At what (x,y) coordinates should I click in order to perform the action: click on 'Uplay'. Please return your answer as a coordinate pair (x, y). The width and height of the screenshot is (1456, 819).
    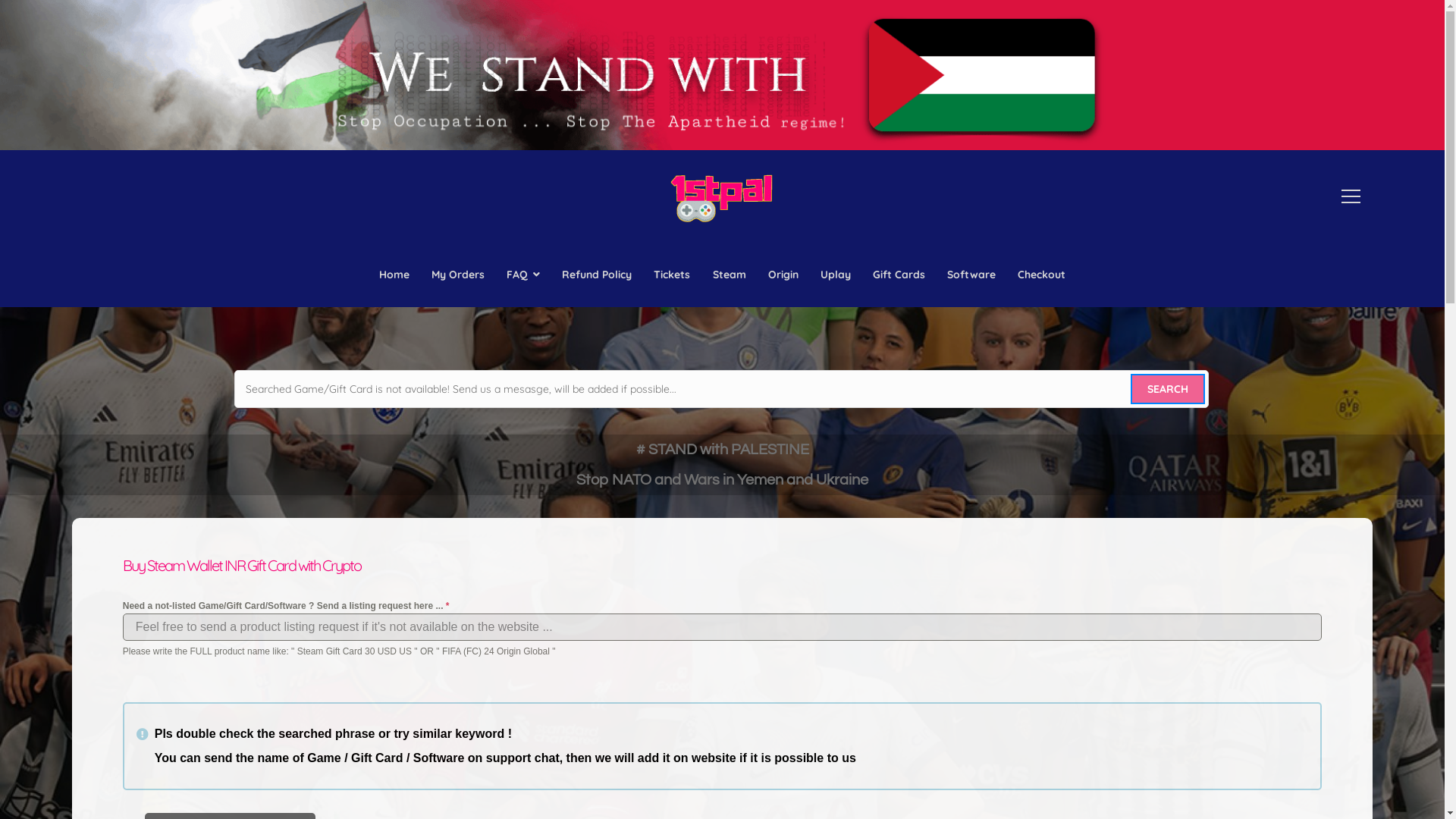
    Looking at the image, I should click on (834, 275).